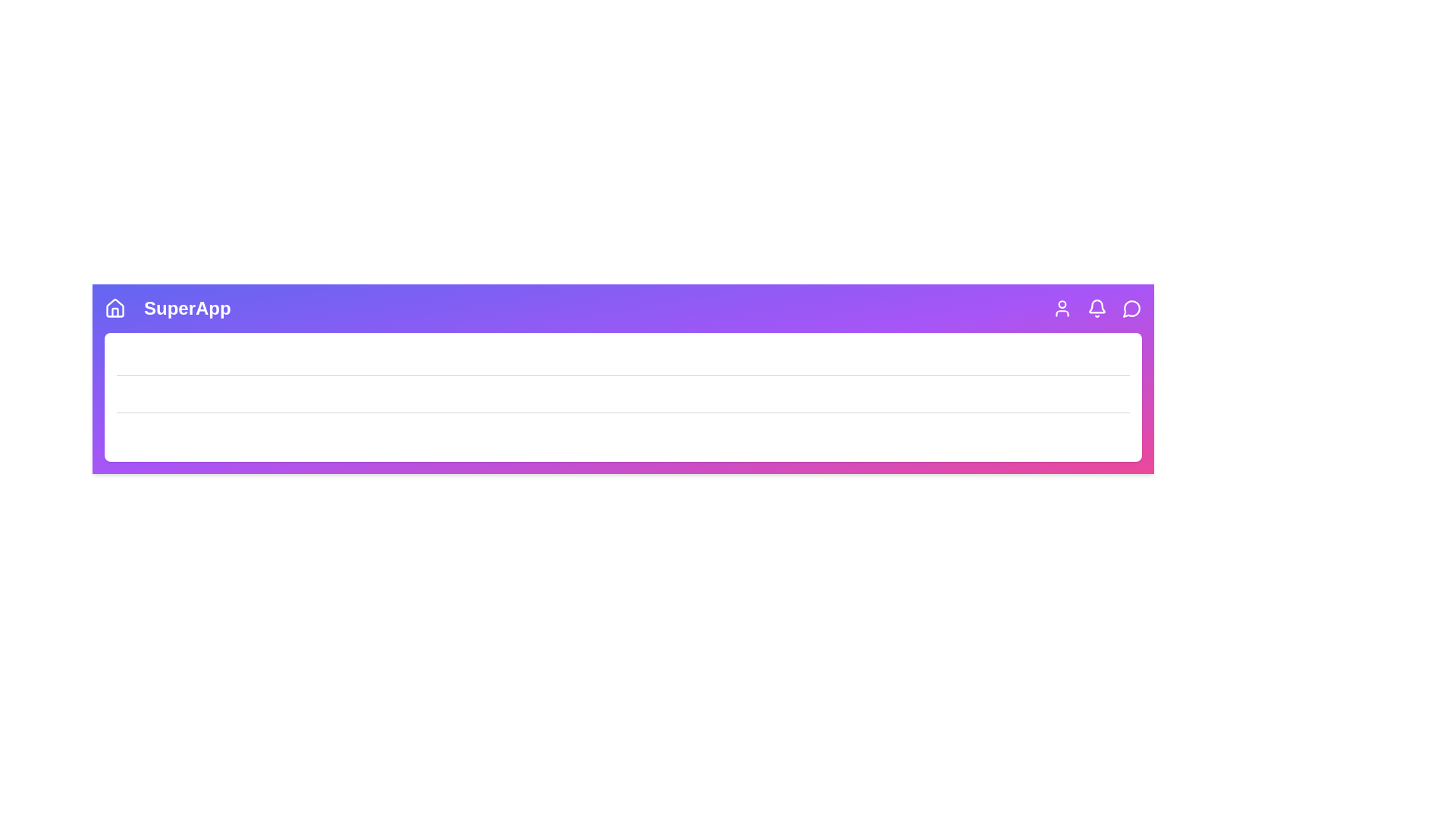 The image size is (1456, 819). What do you see at coordinates (1131, 308) in the screenshot?
I see `the MessageCircle icon to see its hover effect` at bounding box center [1131, 308].